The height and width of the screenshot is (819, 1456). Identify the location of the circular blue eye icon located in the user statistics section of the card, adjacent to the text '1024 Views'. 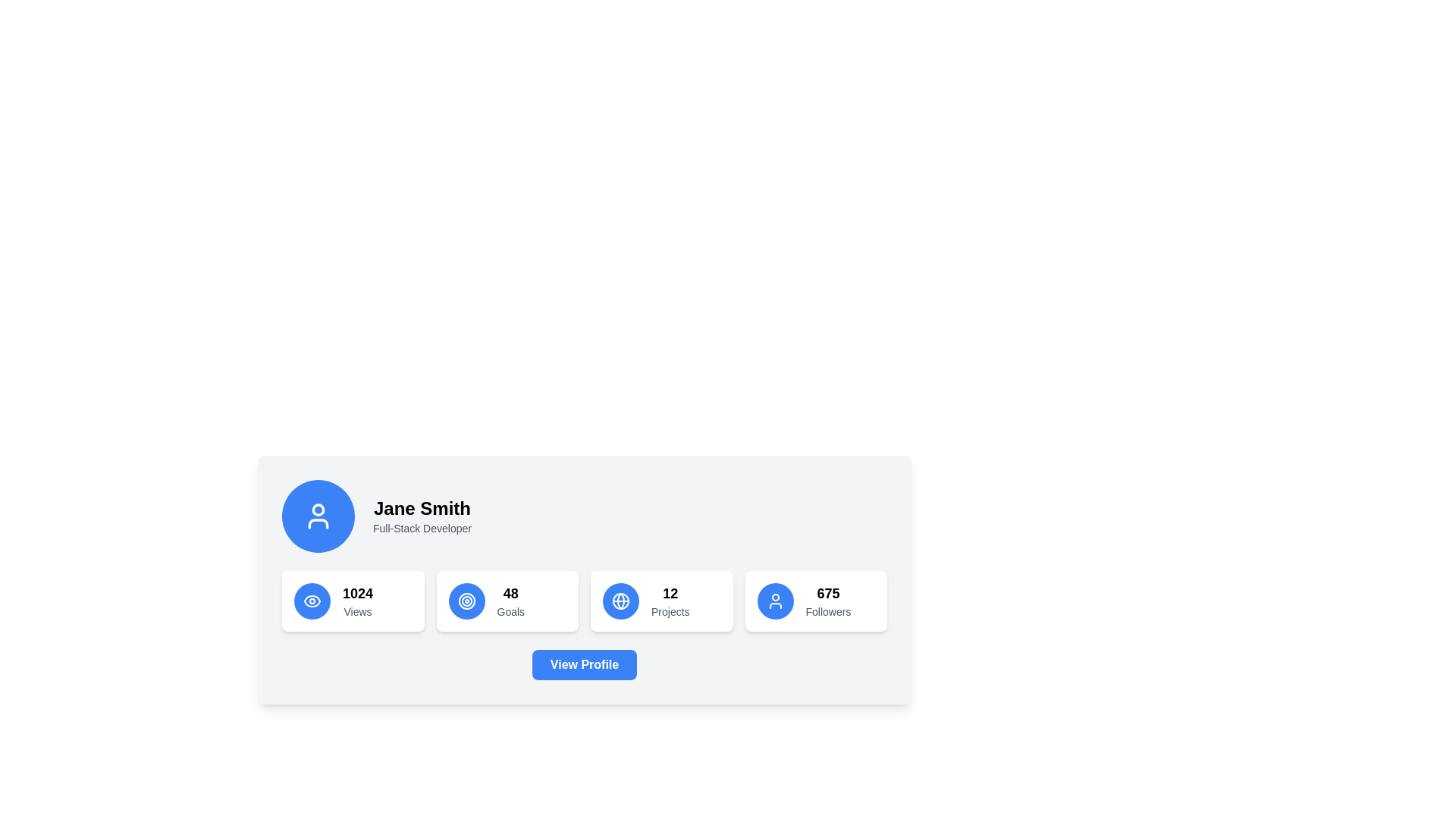
(312, 601).